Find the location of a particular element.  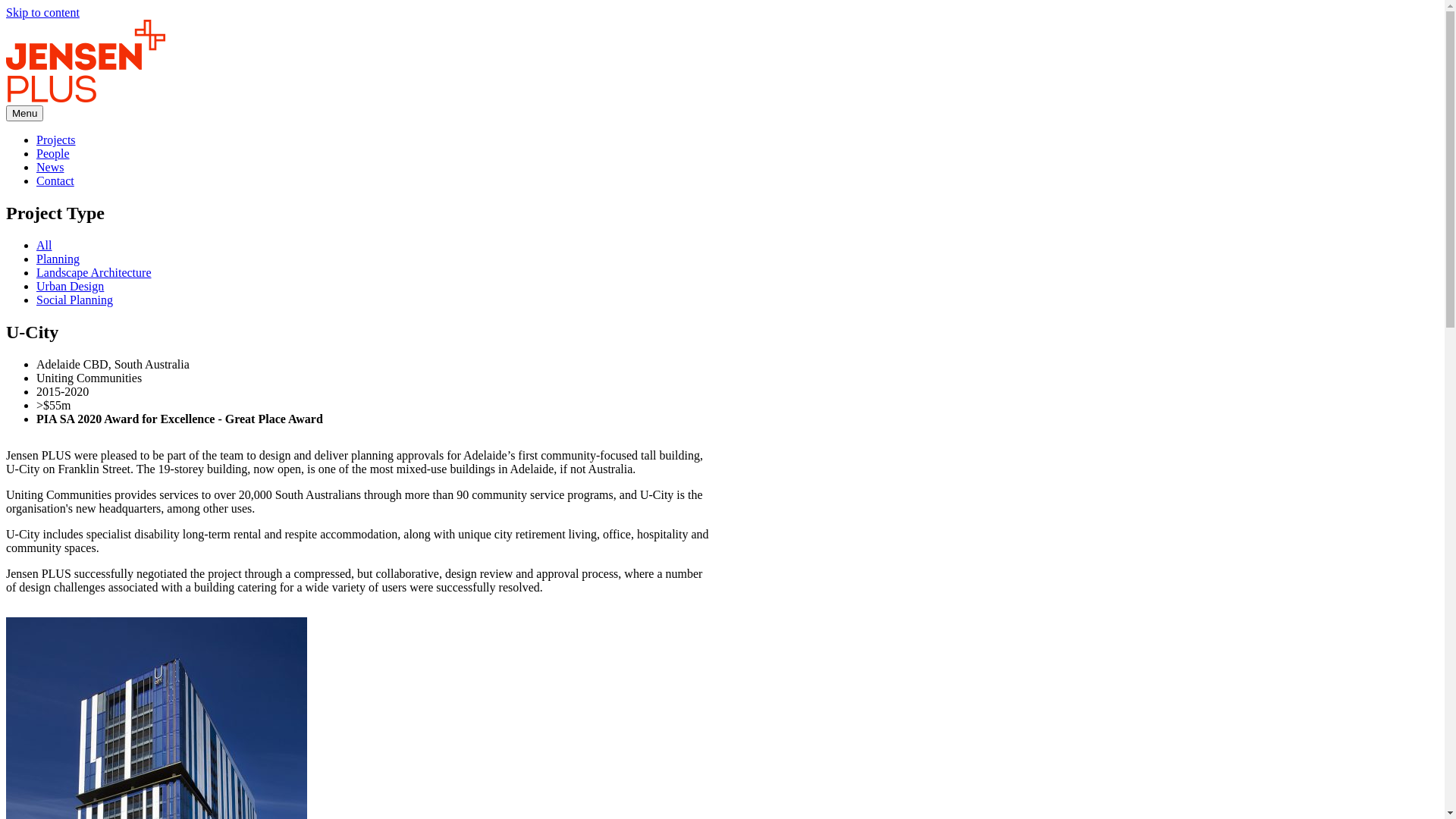

'Urban Design' is located at coordinates (36, 286).